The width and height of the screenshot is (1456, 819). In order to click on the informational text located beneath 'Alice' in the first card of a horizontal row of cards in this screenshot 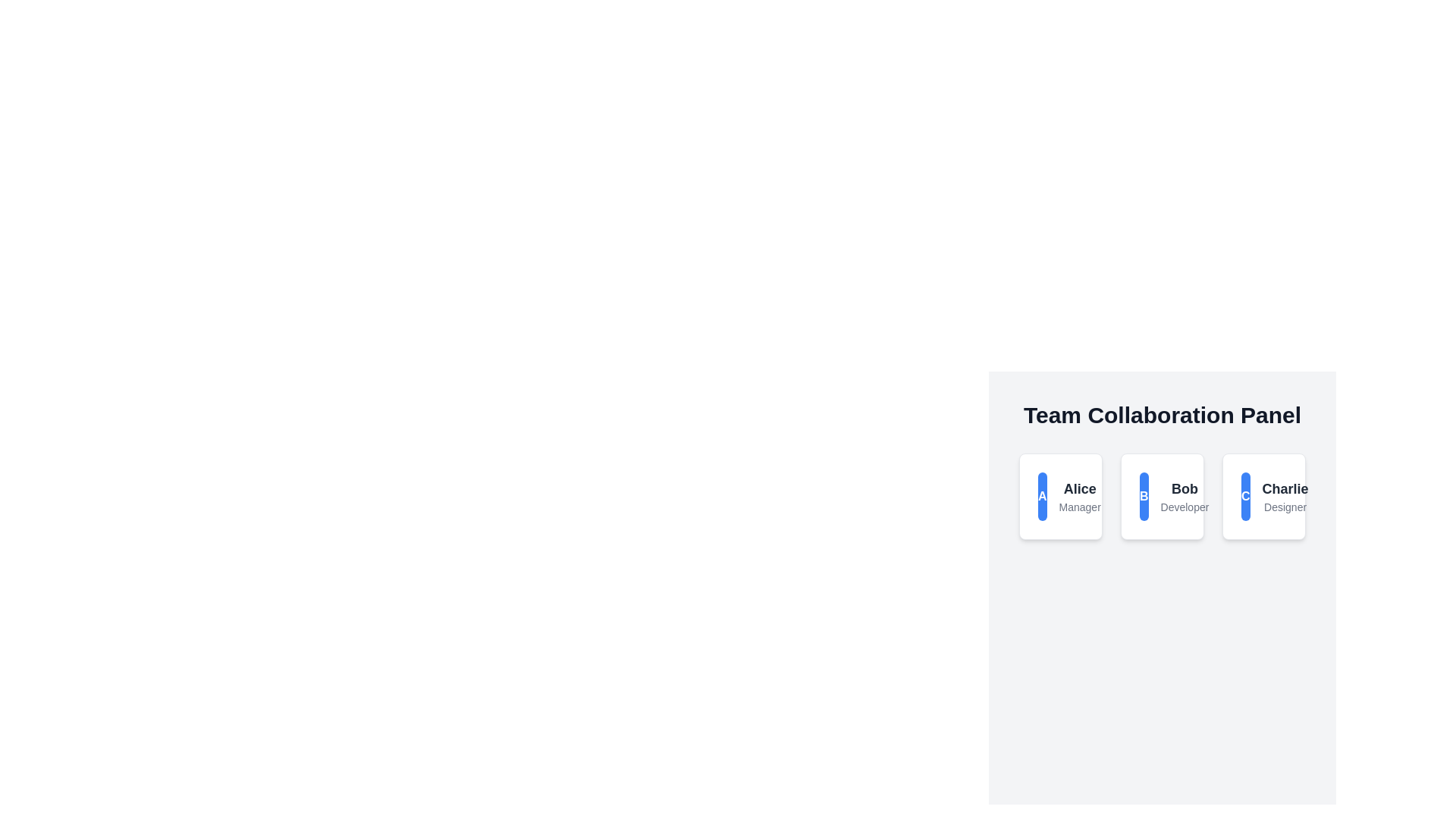, I will do `click(1079, 507)`.